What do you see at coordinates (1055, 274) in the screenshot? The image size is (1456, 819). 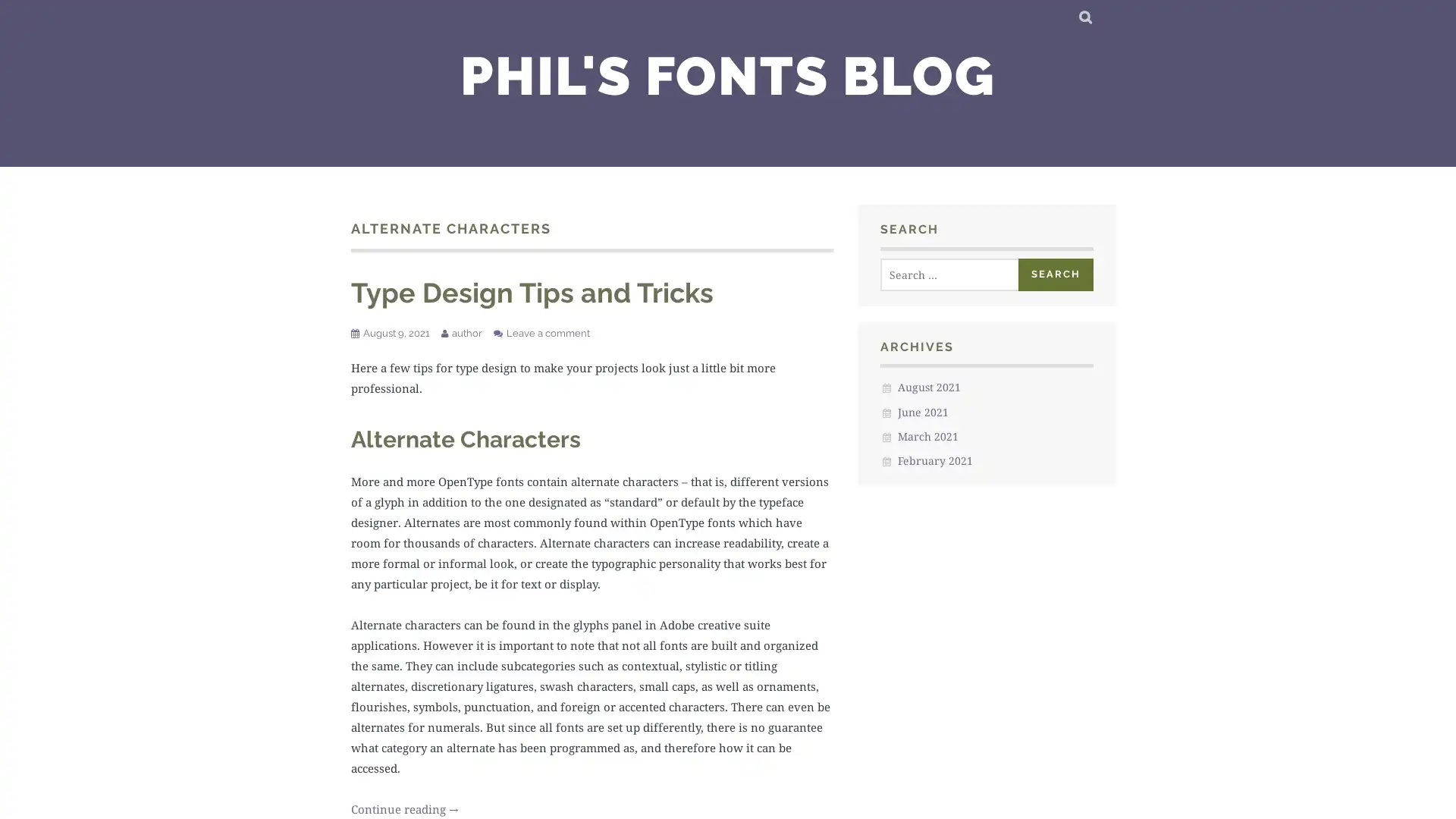 I see `Search` at bounding box center [1055, 274].